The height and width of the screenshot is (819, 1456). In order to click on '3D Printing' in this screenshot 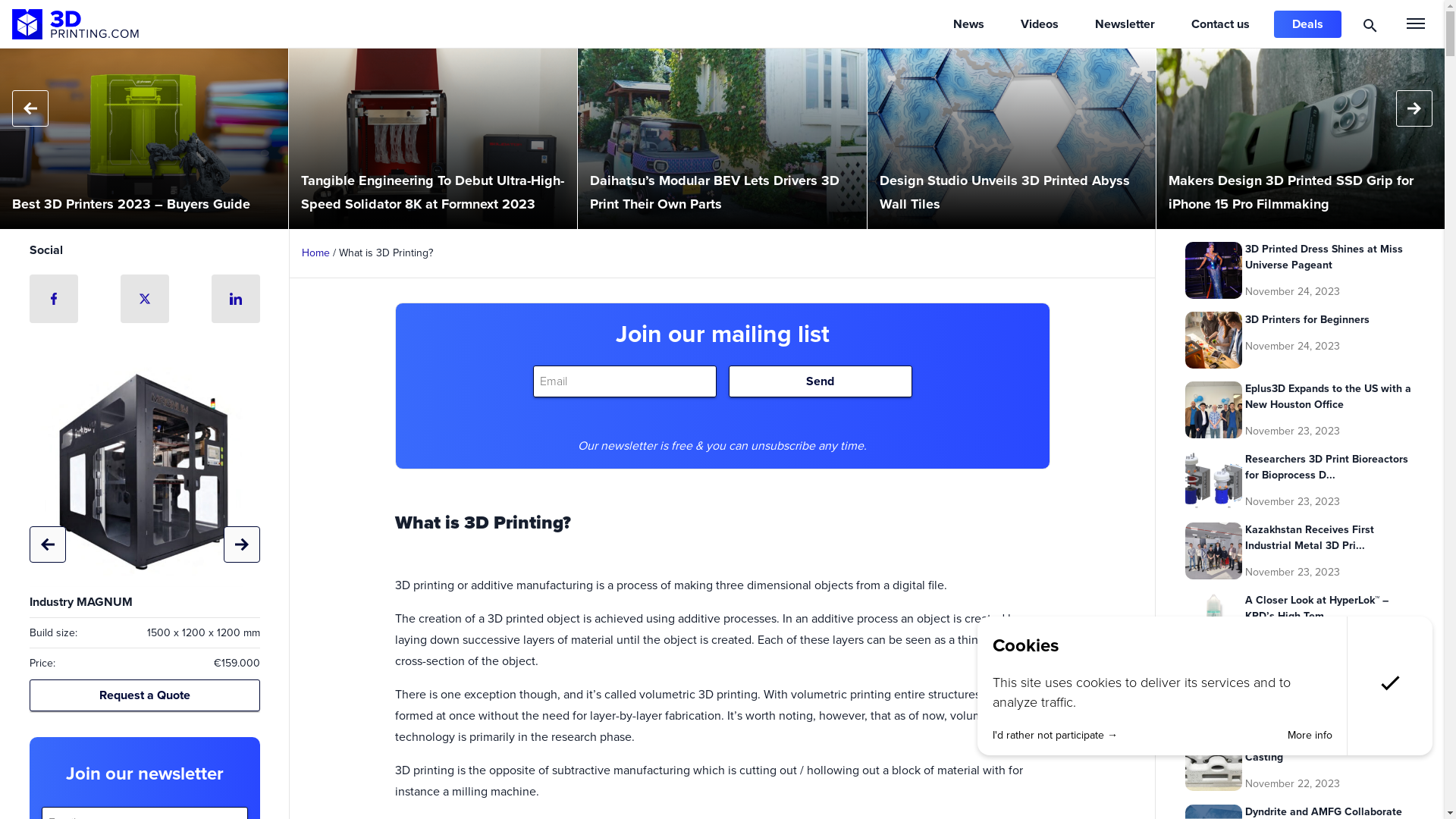, I will do `click(75, 24)`.